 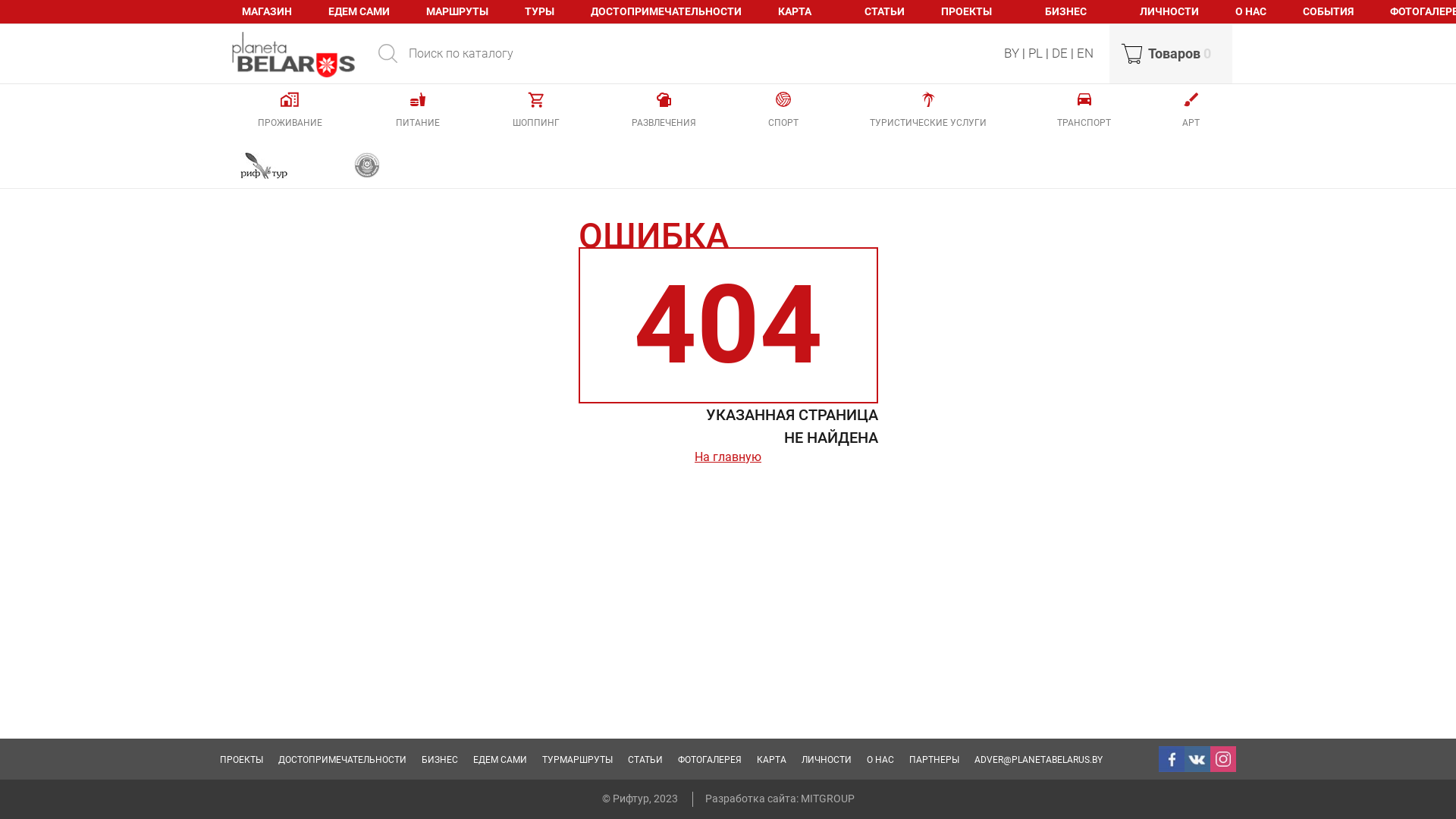 I want to click on 'EN', so click(x=1084, y=52).